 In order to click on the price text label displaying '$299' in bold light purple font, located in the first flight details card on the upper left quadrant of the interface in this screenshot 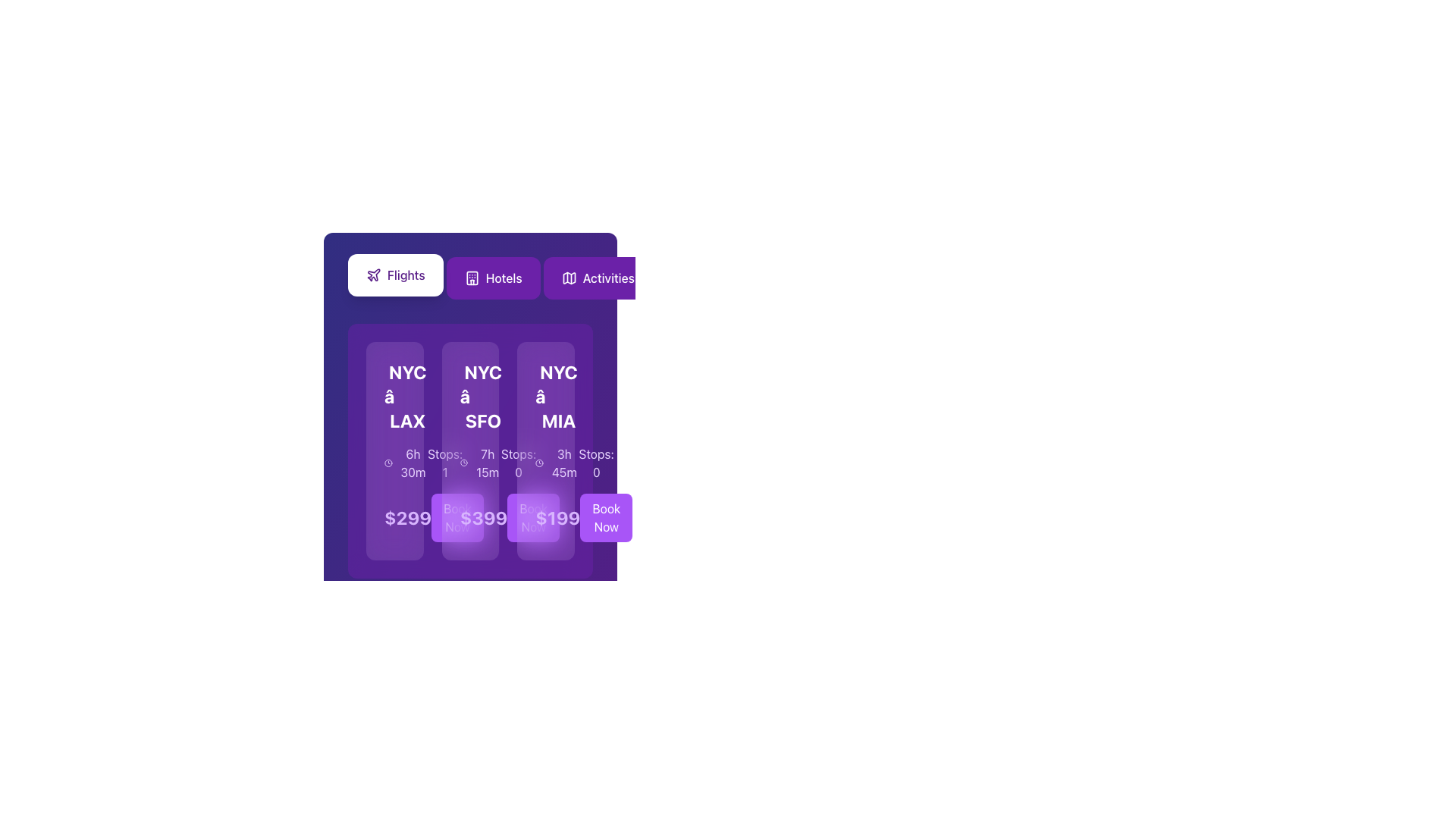, I will do `click(394, 516)`.